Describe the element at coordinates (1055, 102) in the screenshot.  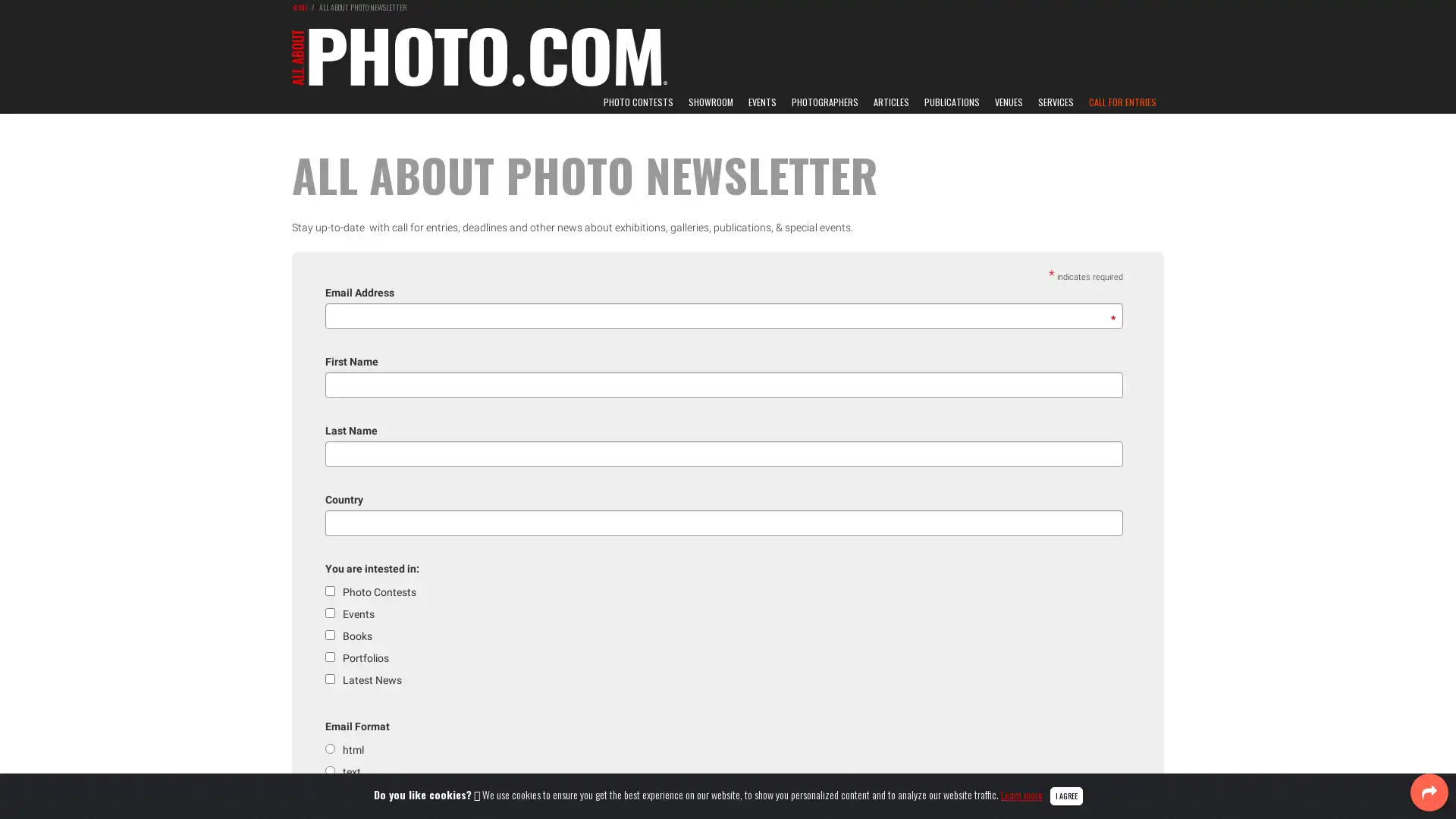
I see `SERVICES` at that location.